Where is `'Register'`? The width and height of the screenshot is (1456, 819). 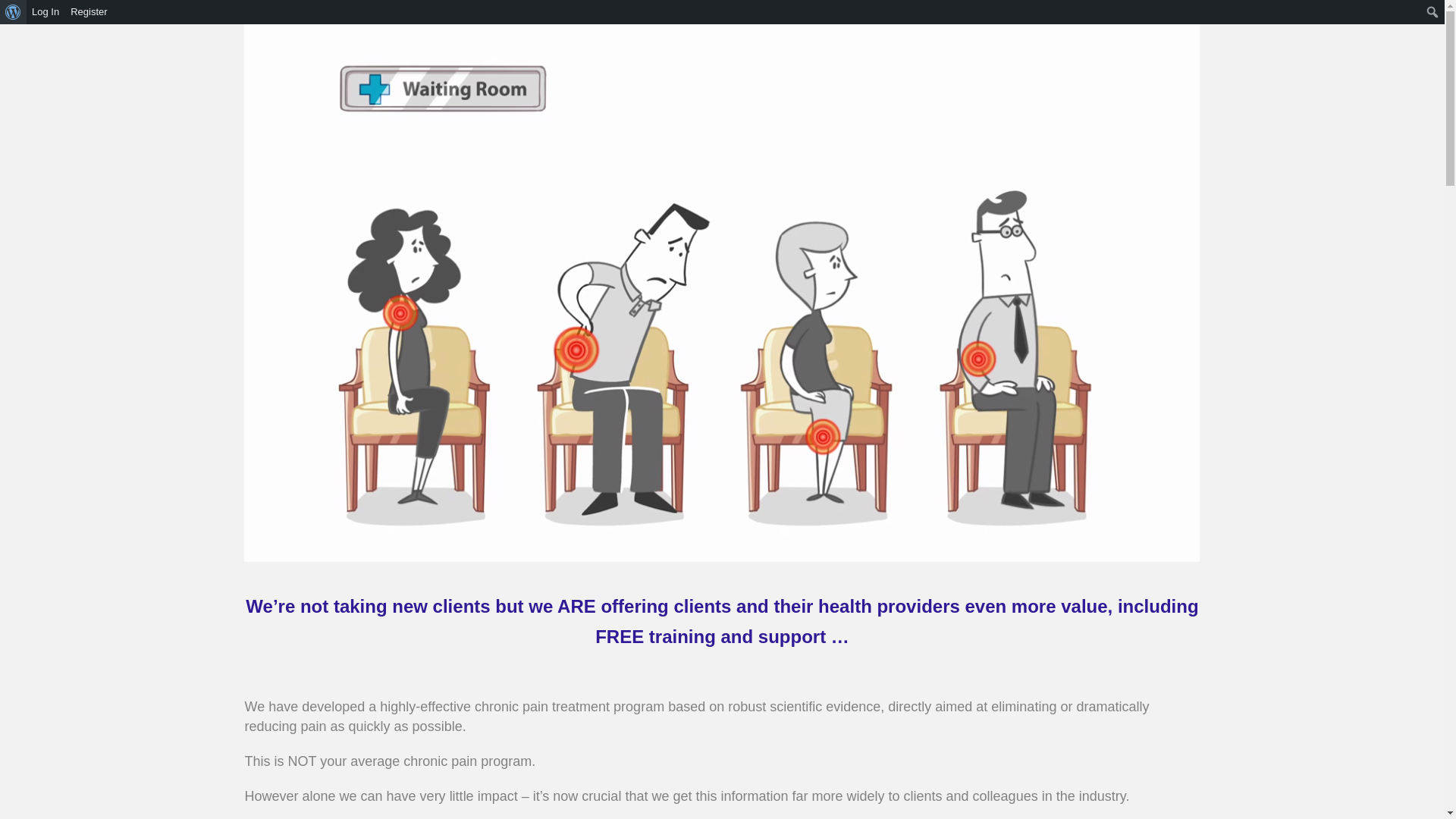 'Register' is located at coordinates (88, 11).